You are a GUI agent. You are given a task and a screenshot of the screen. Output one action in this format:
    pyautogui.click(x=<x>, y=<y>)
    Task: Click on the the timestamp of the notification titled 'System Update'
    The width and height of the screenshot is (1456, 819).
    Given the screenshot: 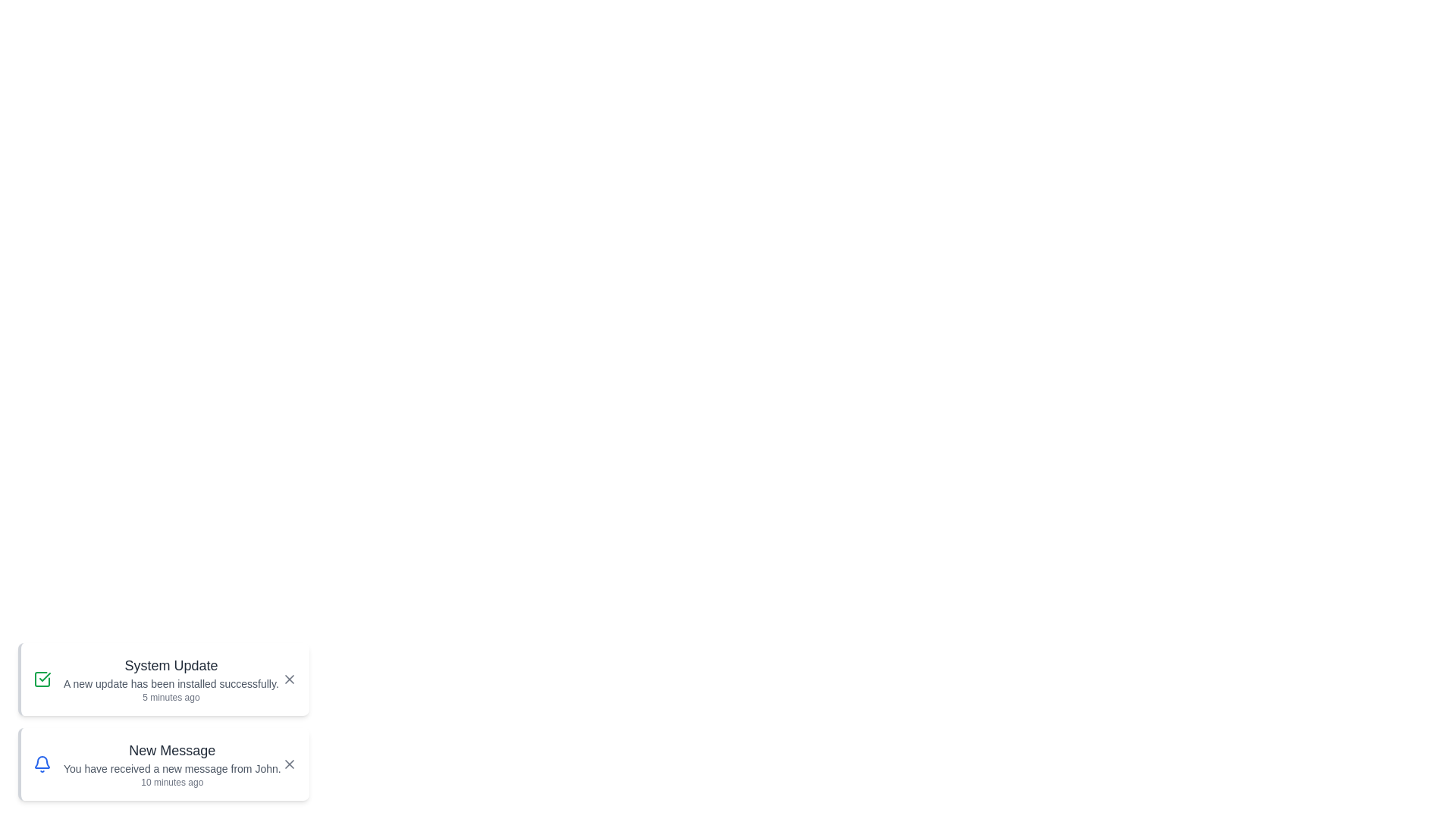 What is the action you would take?
    pyautogui.click(x=171, y=698)
    